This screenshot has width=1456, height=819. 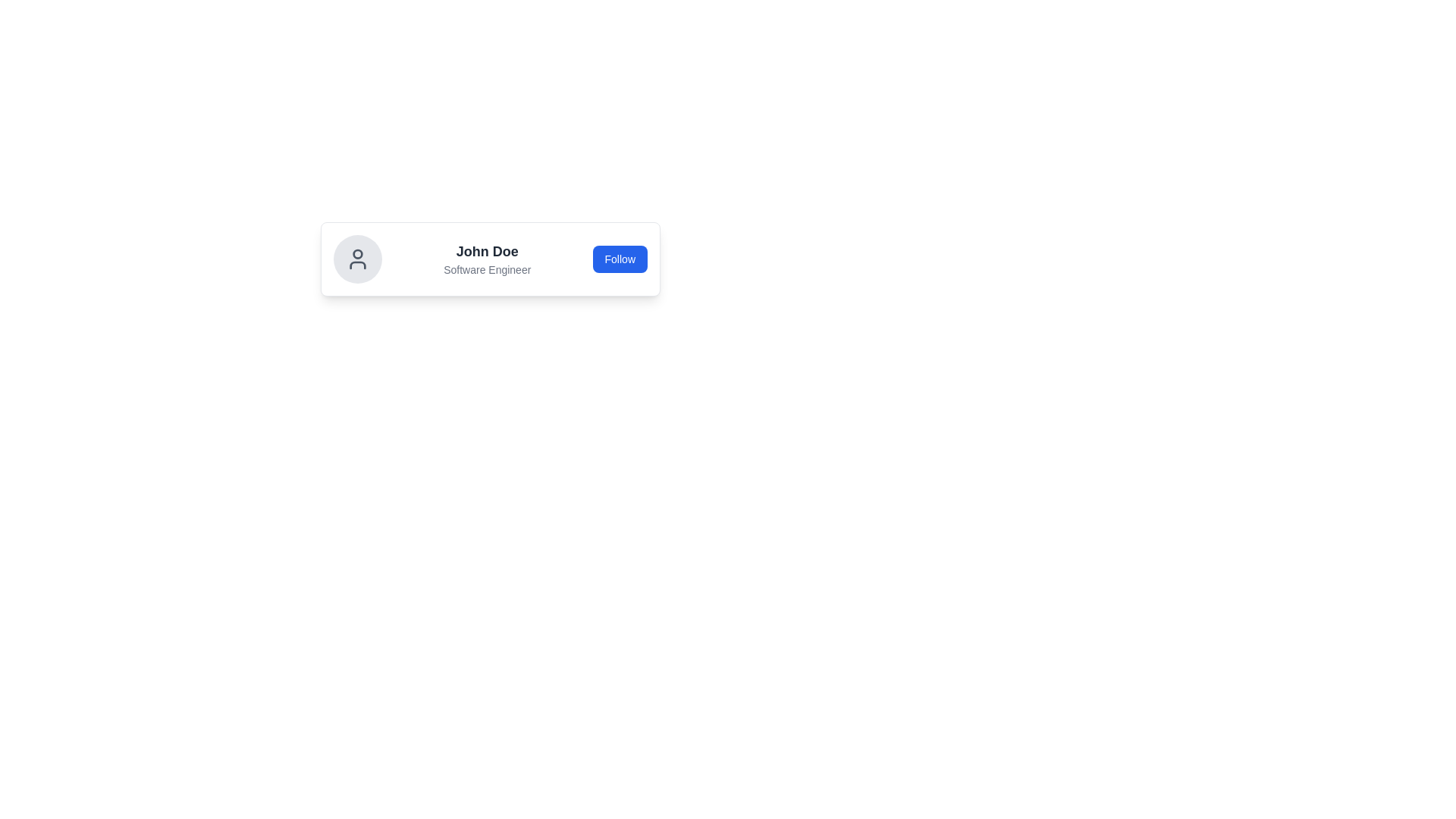 What do you see at coordinates (620, 259) in the screenshot?
I see `the 'Follow' button located at the right edge of the profile card for 'John Doe', which is the last element` at bounding box center [620, 259].